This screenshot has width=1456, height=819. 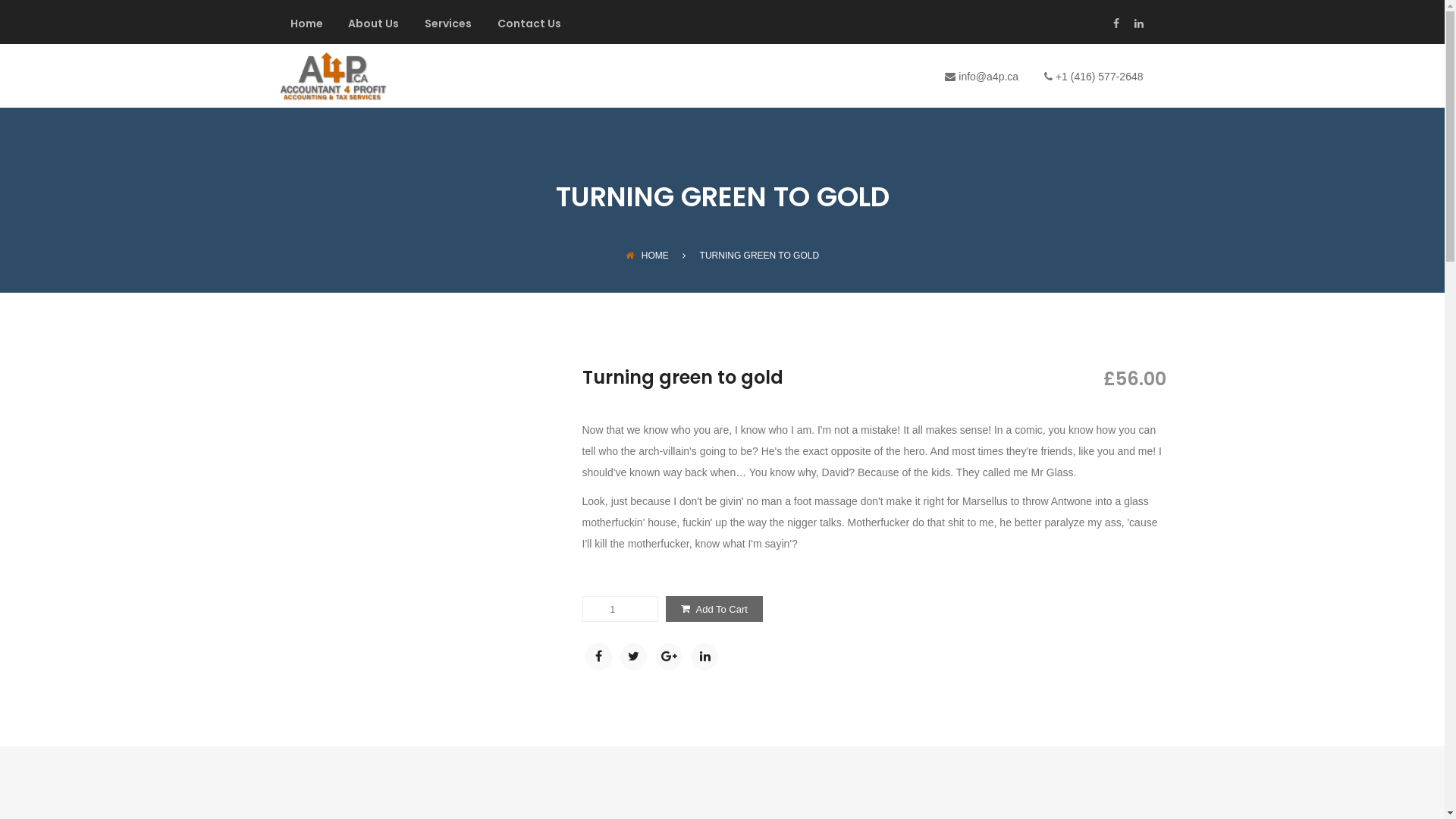 I want to click on 'Add To Cart', so click(x=713, y=607).